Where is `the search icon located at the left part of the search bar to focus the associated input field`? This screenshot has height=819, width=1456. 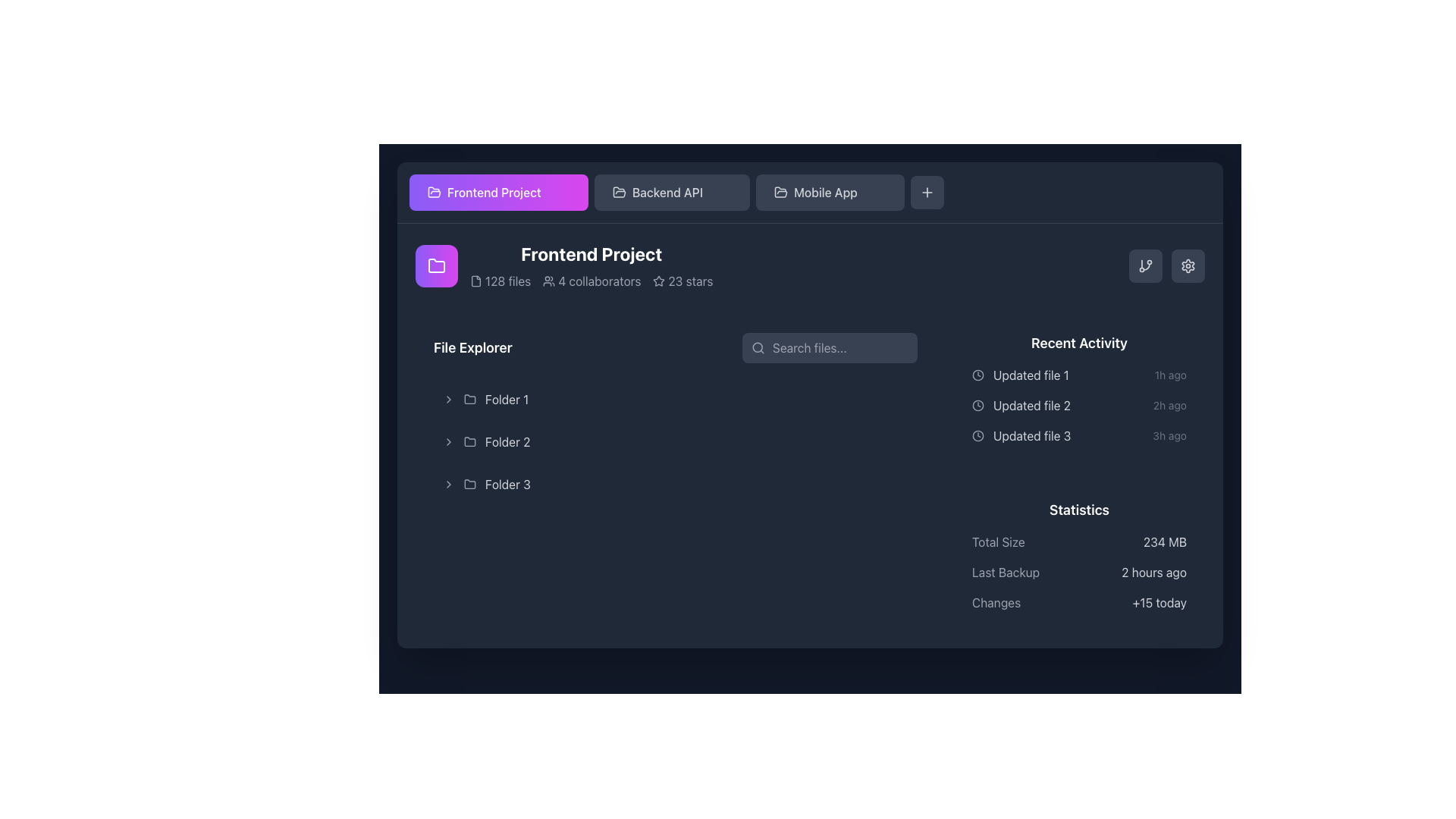 the search icon located at the left part of the search bar to focus the associated input field is located at coordinates (758, 348).